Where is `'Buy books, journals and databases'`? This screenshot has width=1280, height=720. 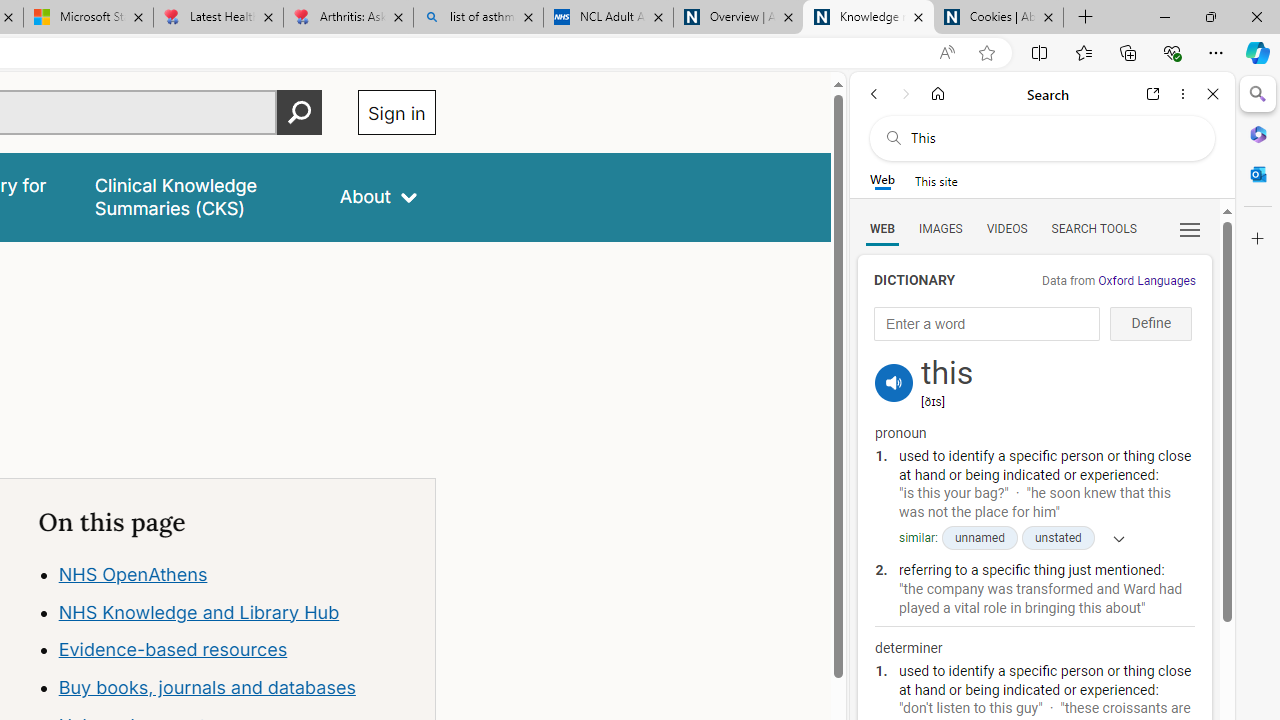 'Buy books, journals and databases' is located at coordinates (206, 686).